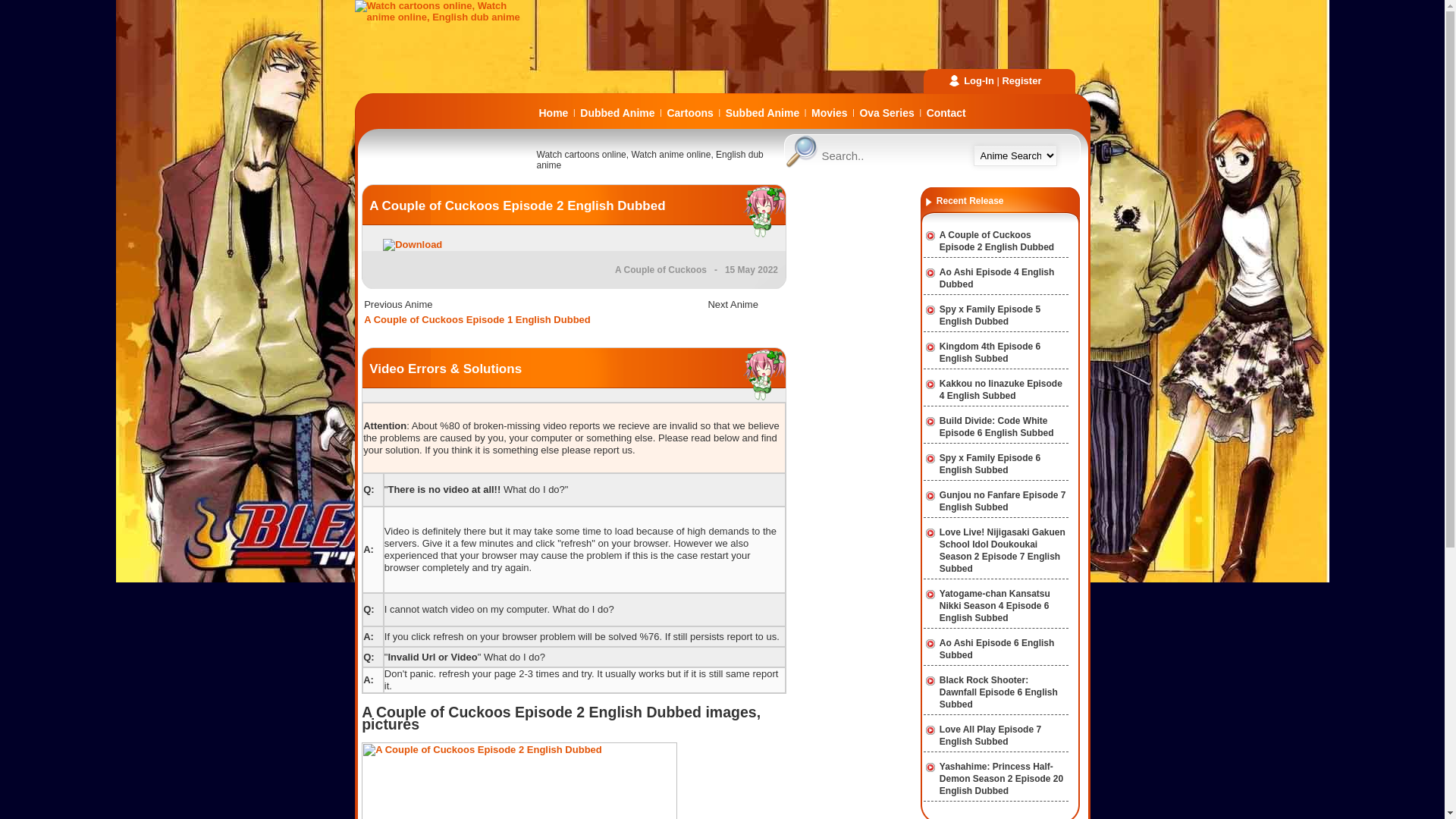  I want to click on 'Kingdom 4th Episode 6 English Subbed', so click(990, 353).